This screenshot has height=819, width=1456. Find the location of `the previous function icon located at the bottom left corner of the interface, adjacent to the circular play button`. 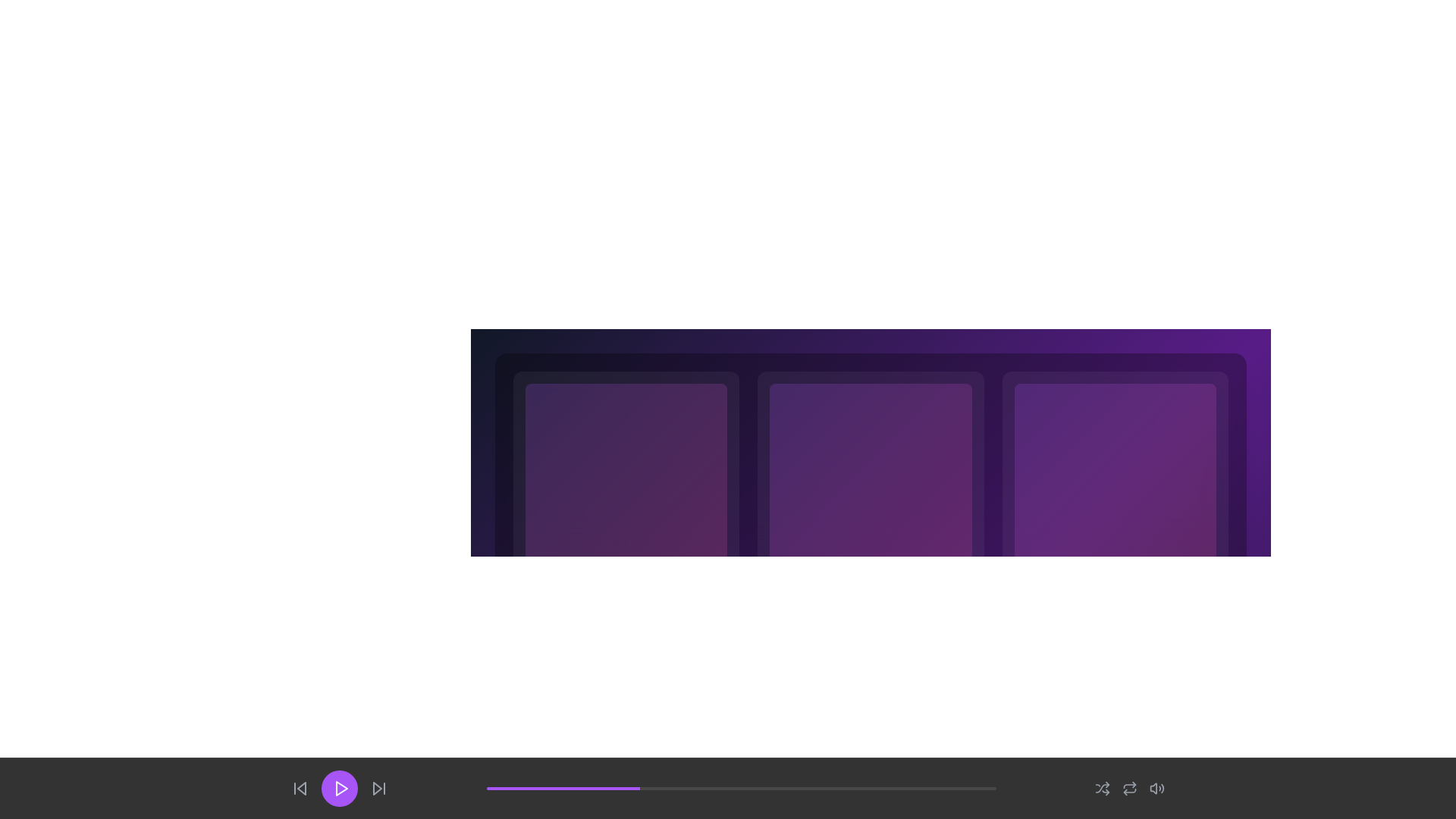

the previous function icon located at the bottom left corner of the interface, adjacent to the circular play button is located at coordinates (302, 788).